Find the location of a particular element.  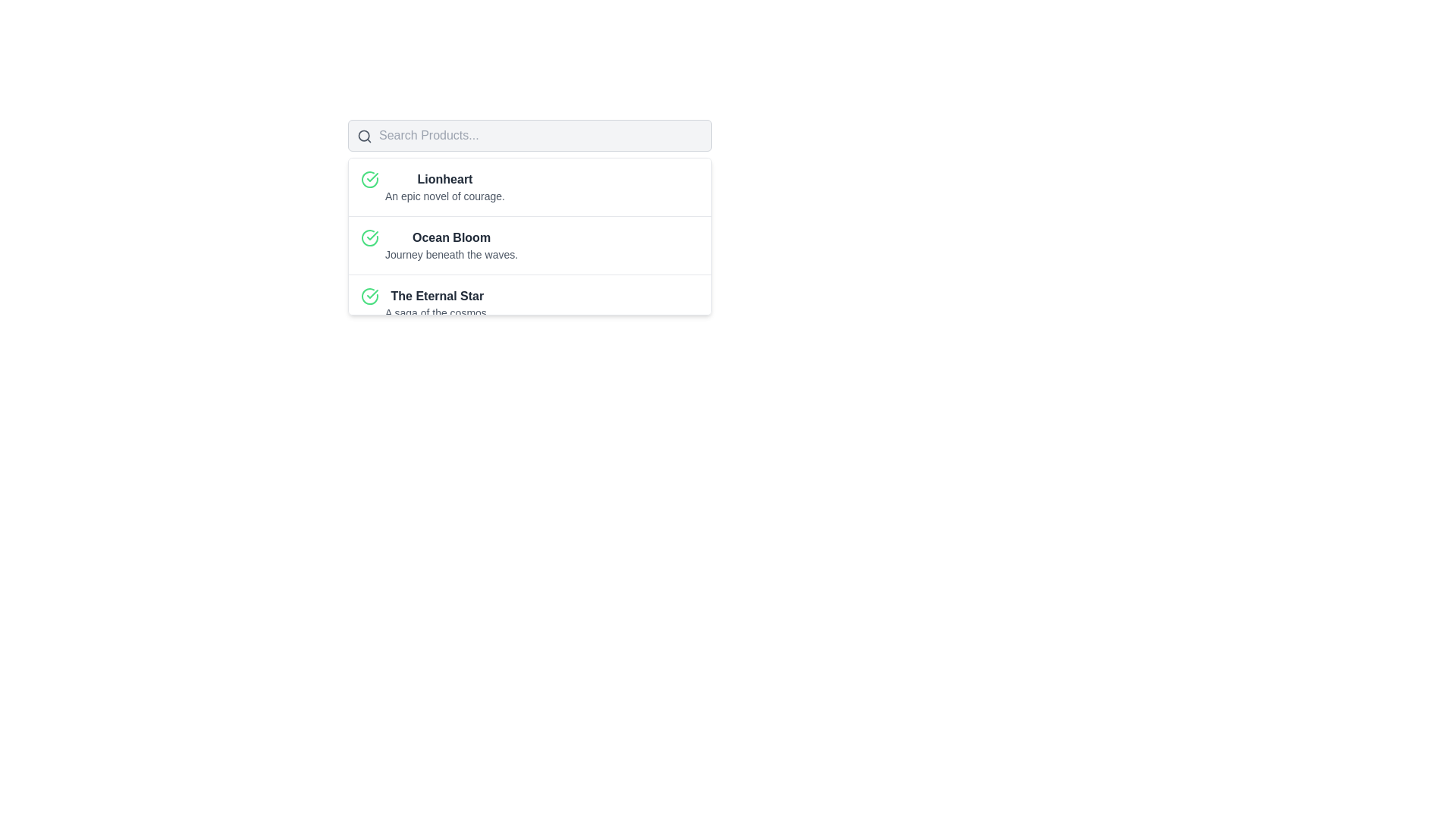

the text block containing the title 'The Eternal Star' and subtitle 'A saga of the cosmos.', which is the third listing in a vertical list, located below 'Ocean Bloom' is located at coordinates (436, 304).